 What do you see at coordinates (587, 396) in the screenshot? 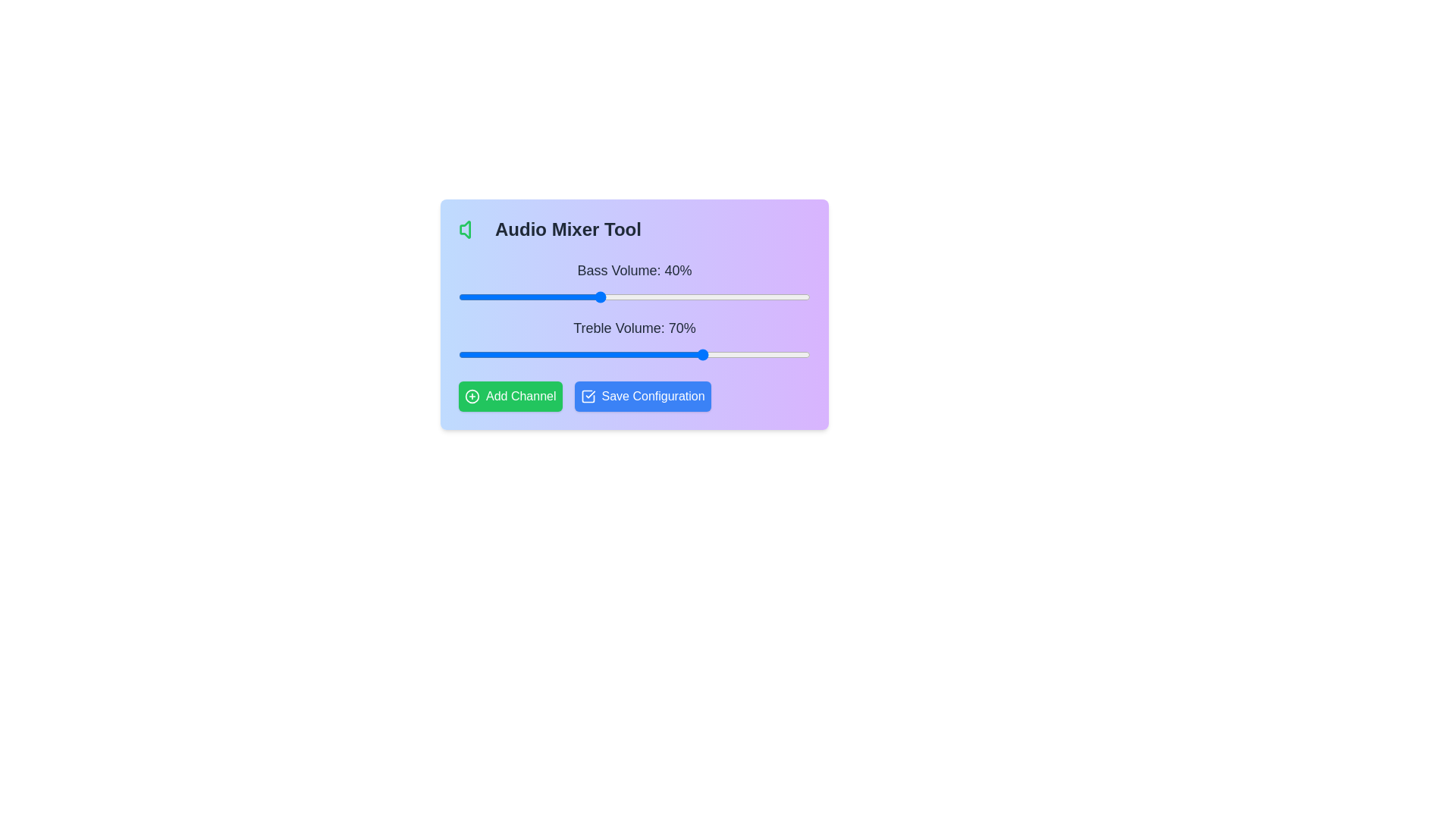
I see `the checkmark icon within the 'Save Configuration' button, which features a blue background and a white outline` at bounding box center [587, 396].